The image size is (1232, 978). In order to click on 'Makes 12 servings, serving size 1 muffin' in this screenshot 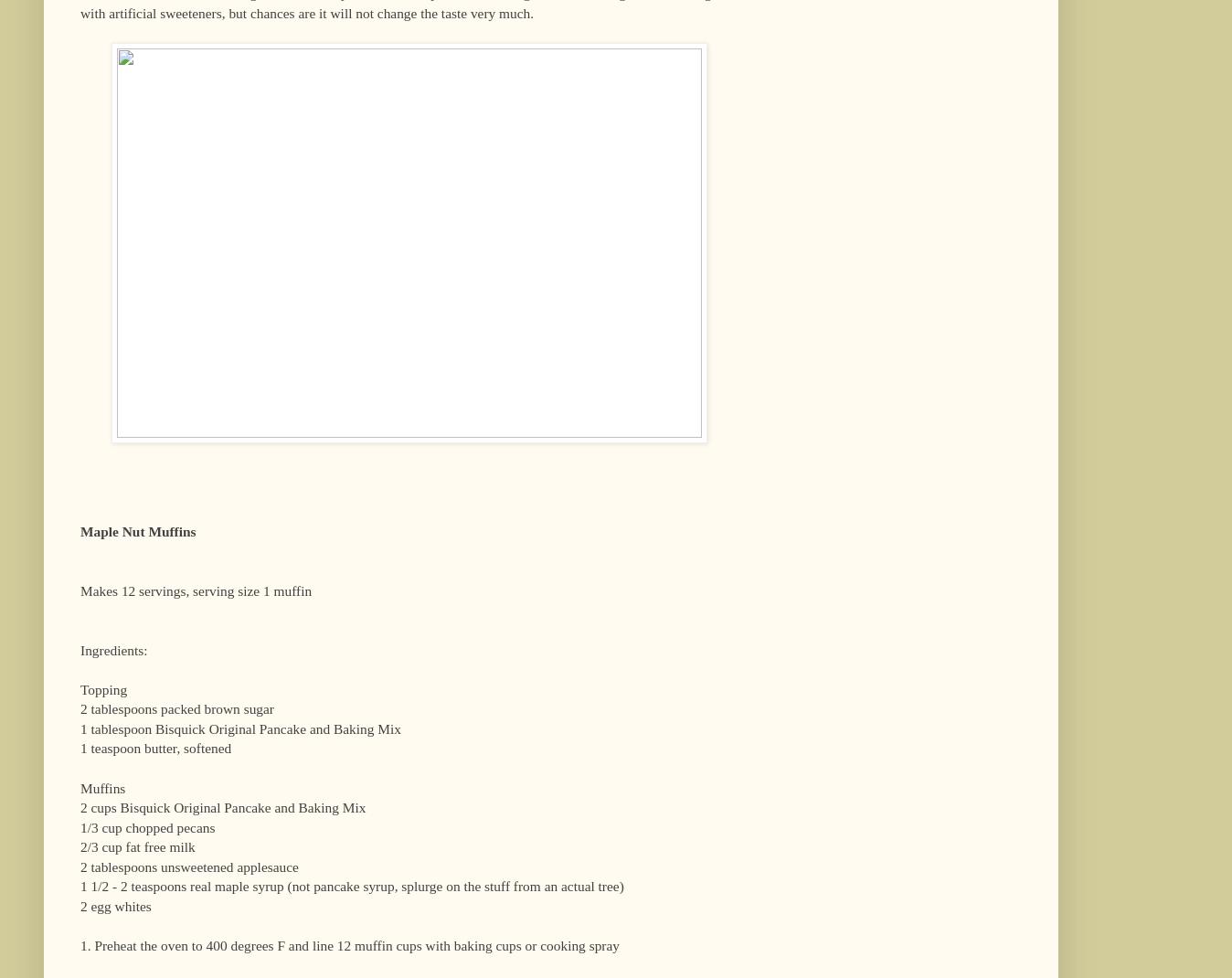, I will do `click(196, 590)`.